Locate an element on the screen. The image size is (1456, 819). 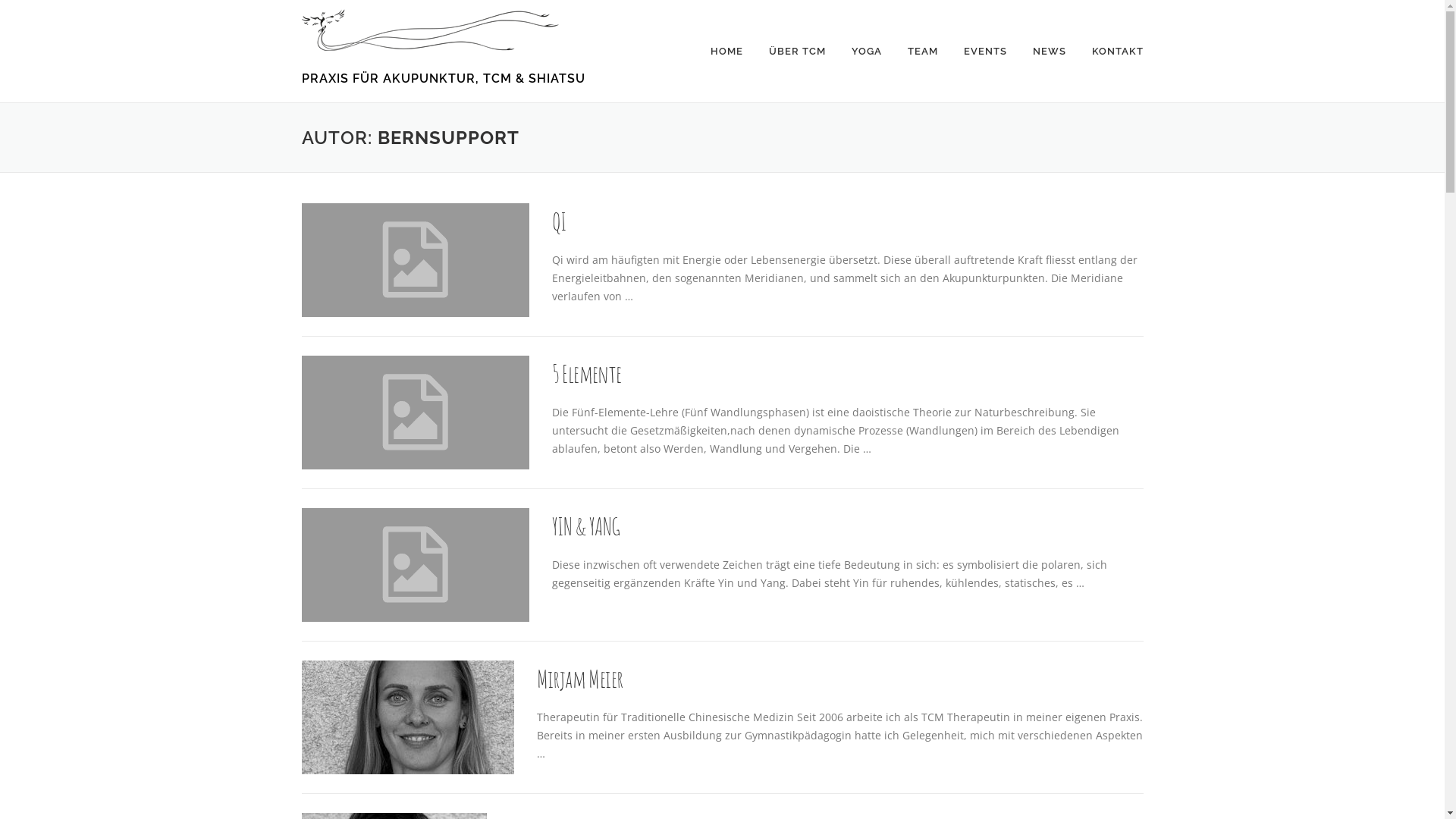
'EVENTS' is located at coordinates (985, 50).